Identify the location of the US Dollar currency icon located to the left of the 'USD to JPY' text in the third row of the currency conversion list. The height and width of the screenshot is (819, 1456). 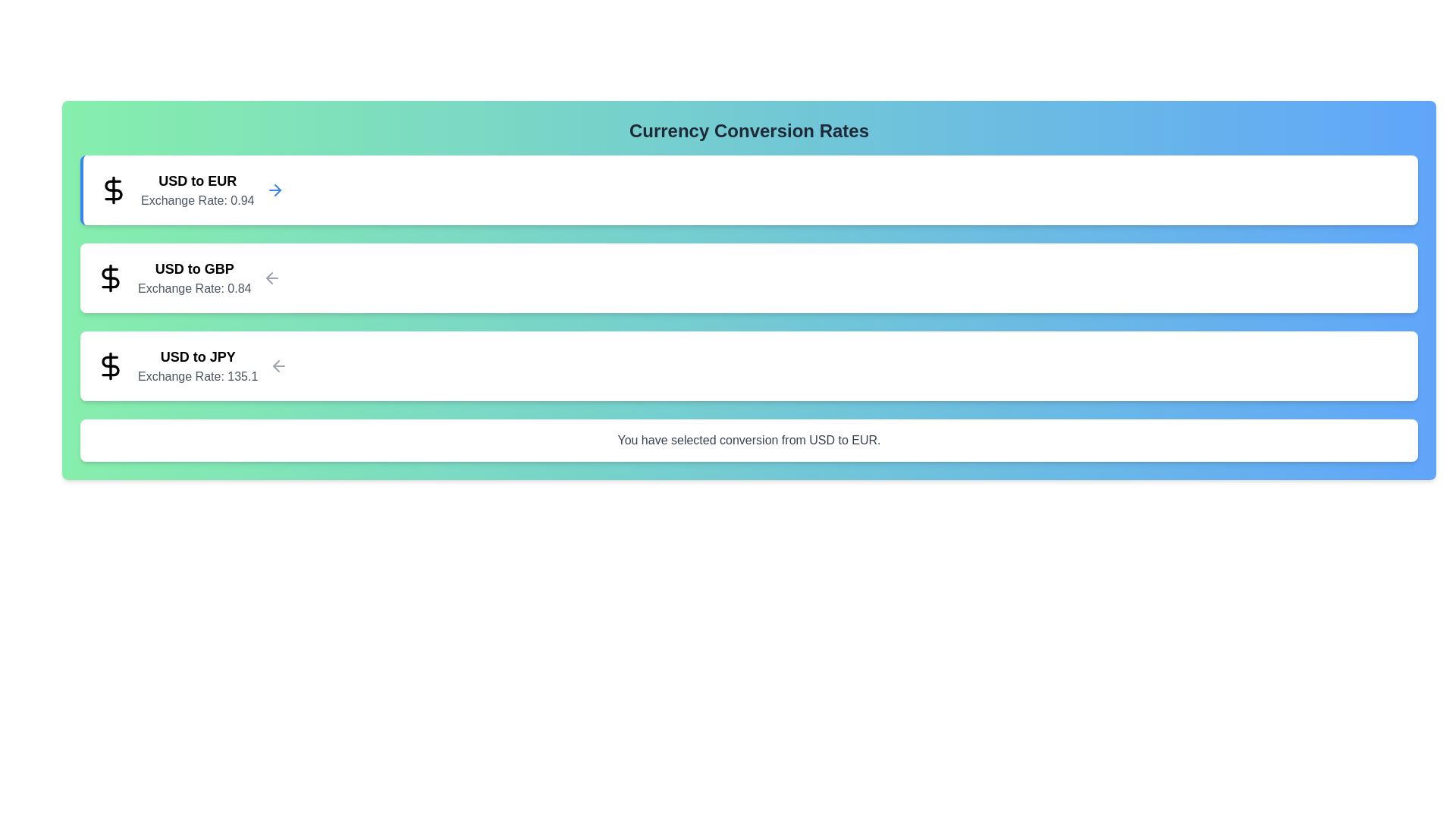
(109, 366).